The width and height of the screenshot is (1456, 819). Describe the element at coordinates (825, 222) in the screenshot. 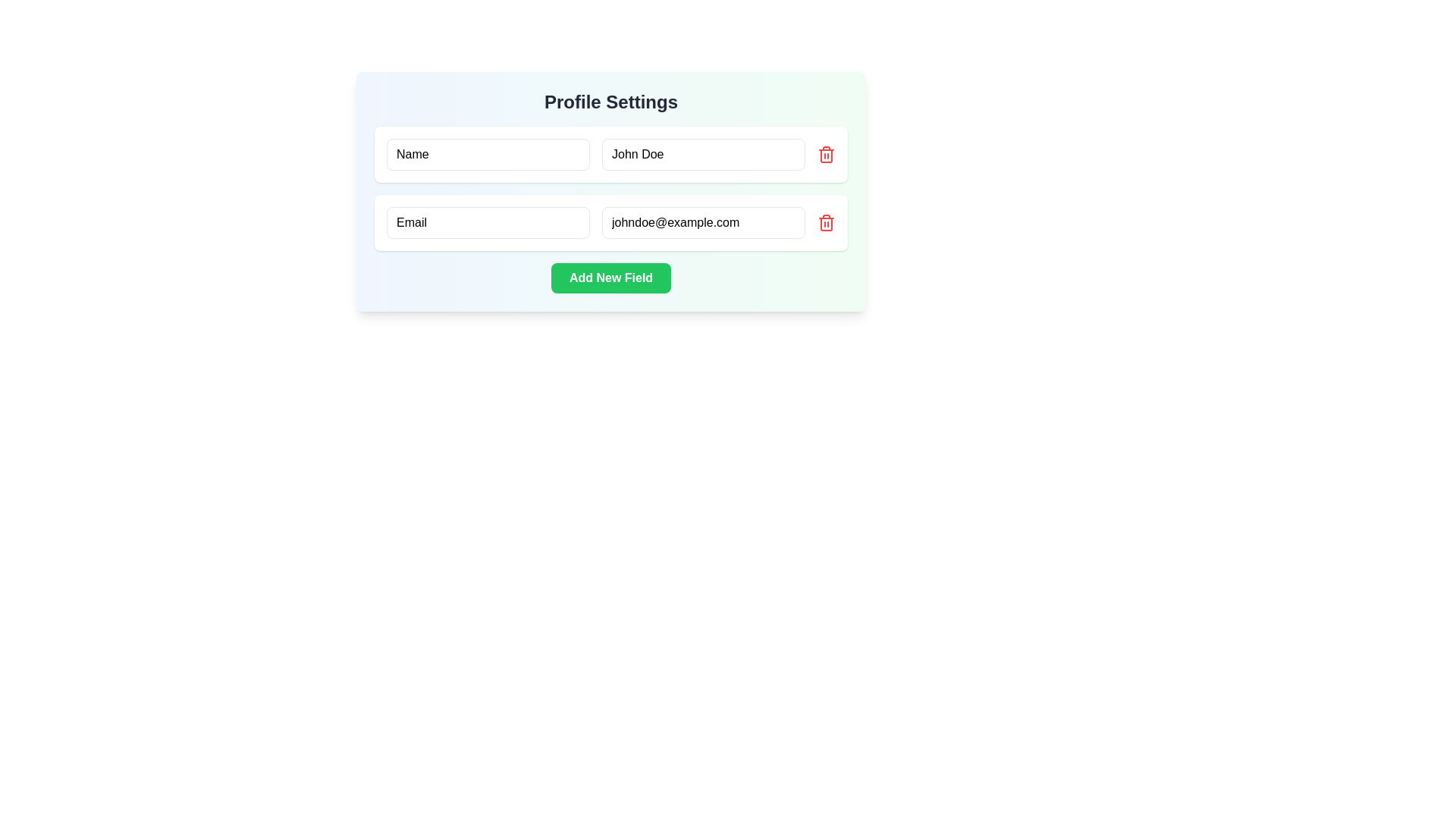

I see `the delete button located in the second row to the right of the email input field 'johndoe@example.com' to identify its purpose` at that location.